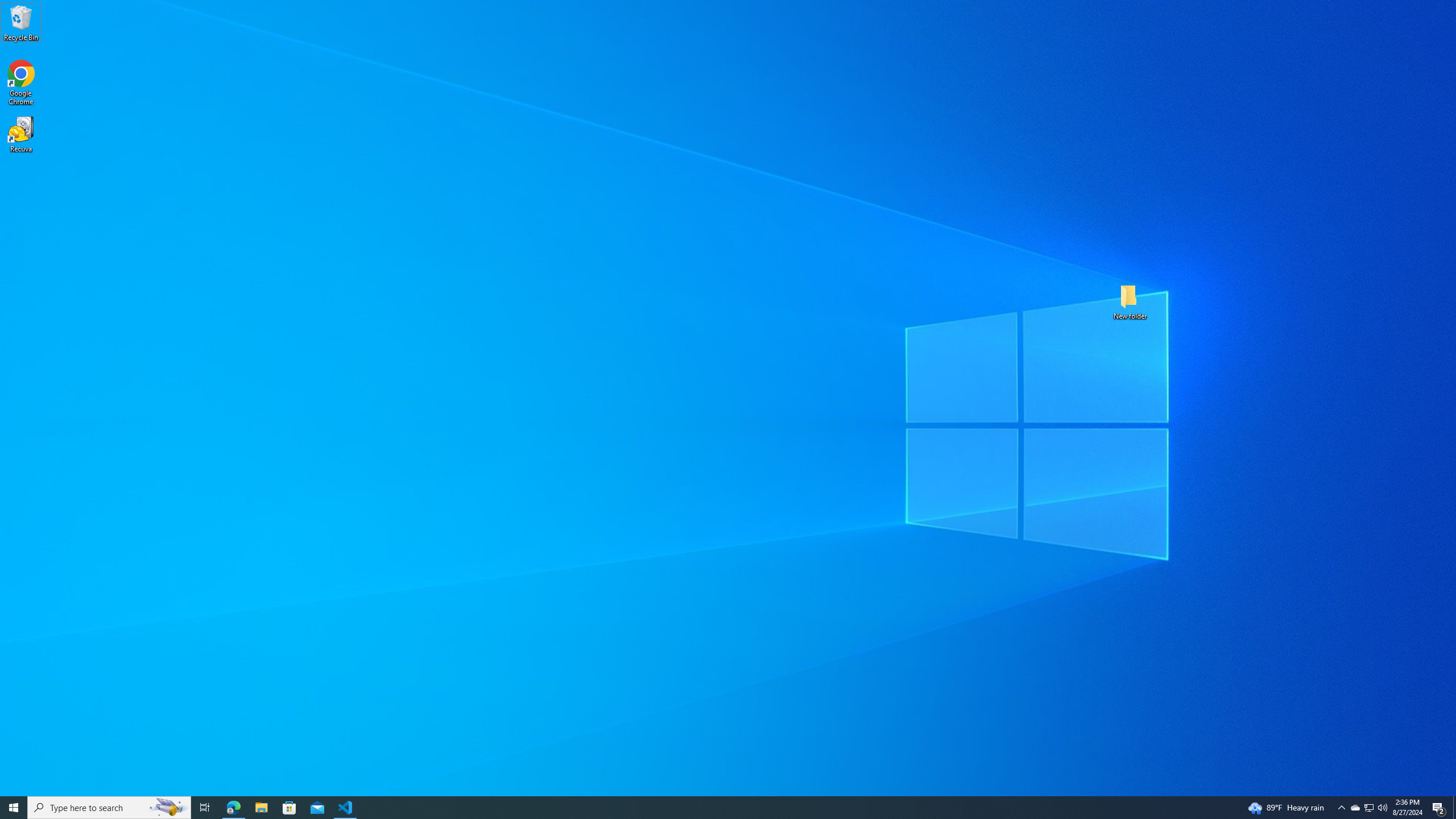 Image resolution: width=1456 pixels, height=819 pixels. What do you see at coordinates (14, 806) in the screenshot?
I see `'Start'` at bounding box center [14, 806].